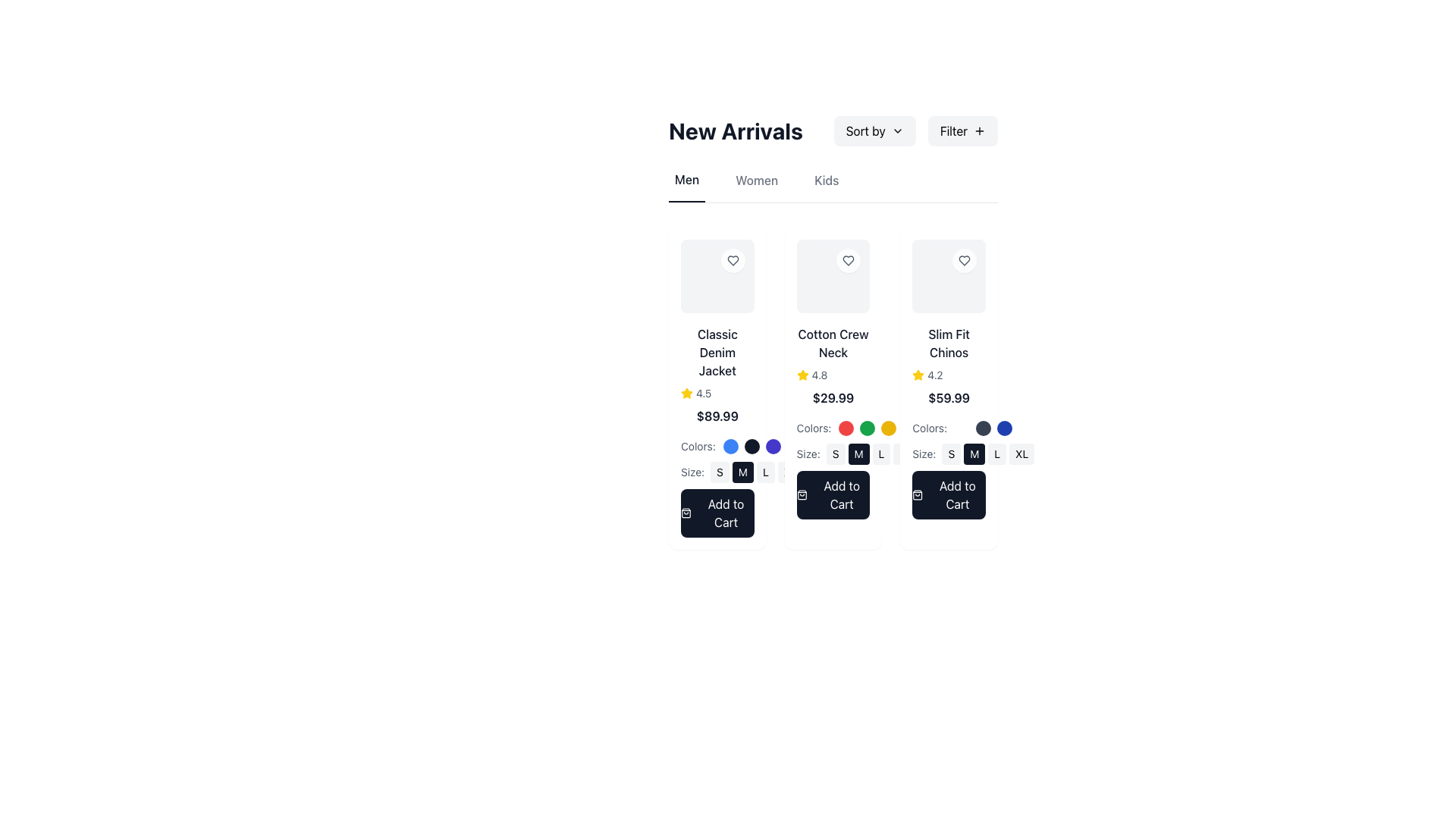 The width and height of the screenshot is (1456, 819). I want to click on the text label displaying the rating score for 'Slim Fit Chinos', located to the right of the yellow star icon in the rating section of the third product card in the 'New Arrivals' section, so click(934, 375).